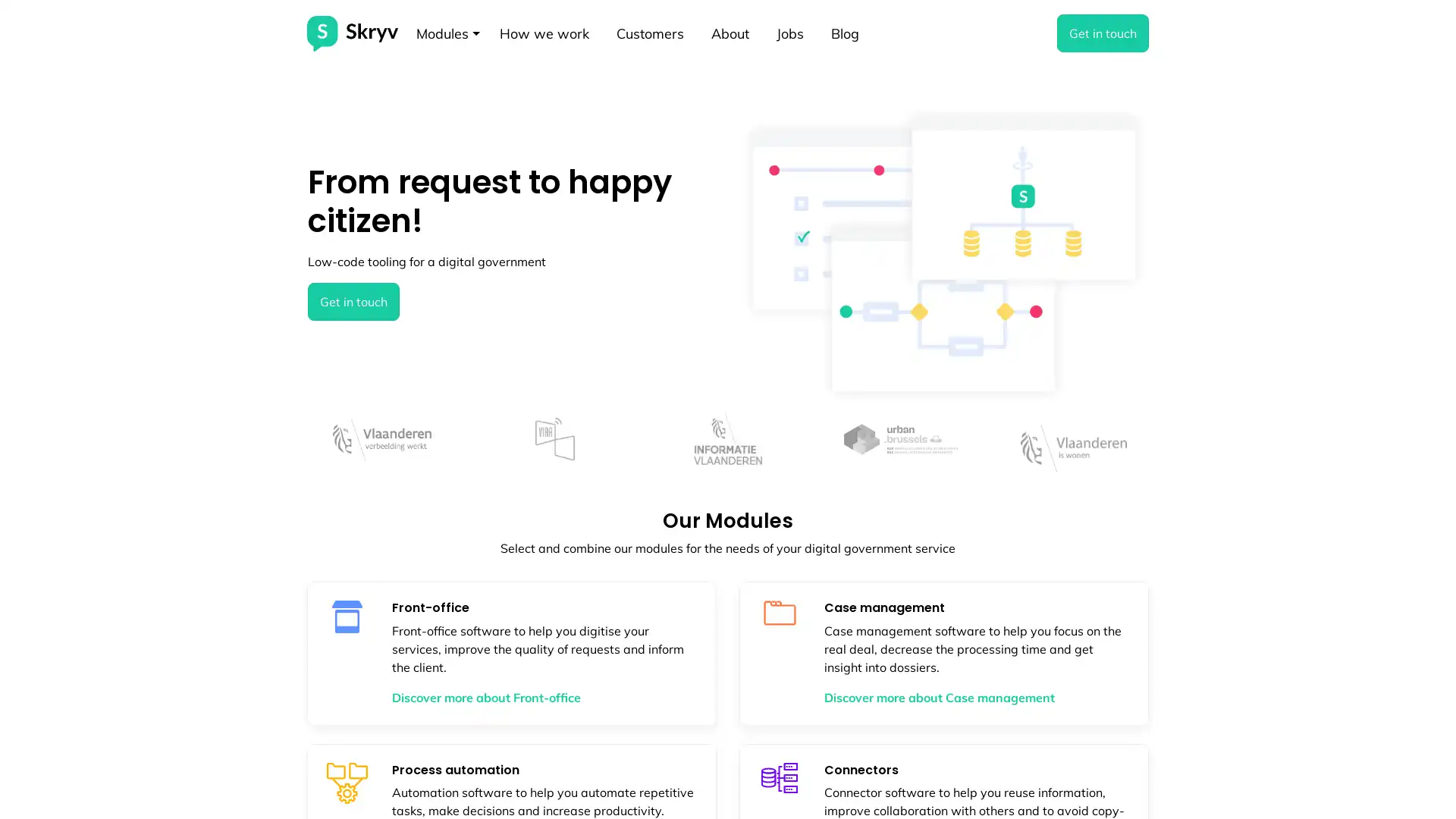 The width and height of the screenshot is (1456, 819). What do you see at coordinates (1103, 33) in the screenshot?
I see `Get in touch` at bounding box center [1103, 33].